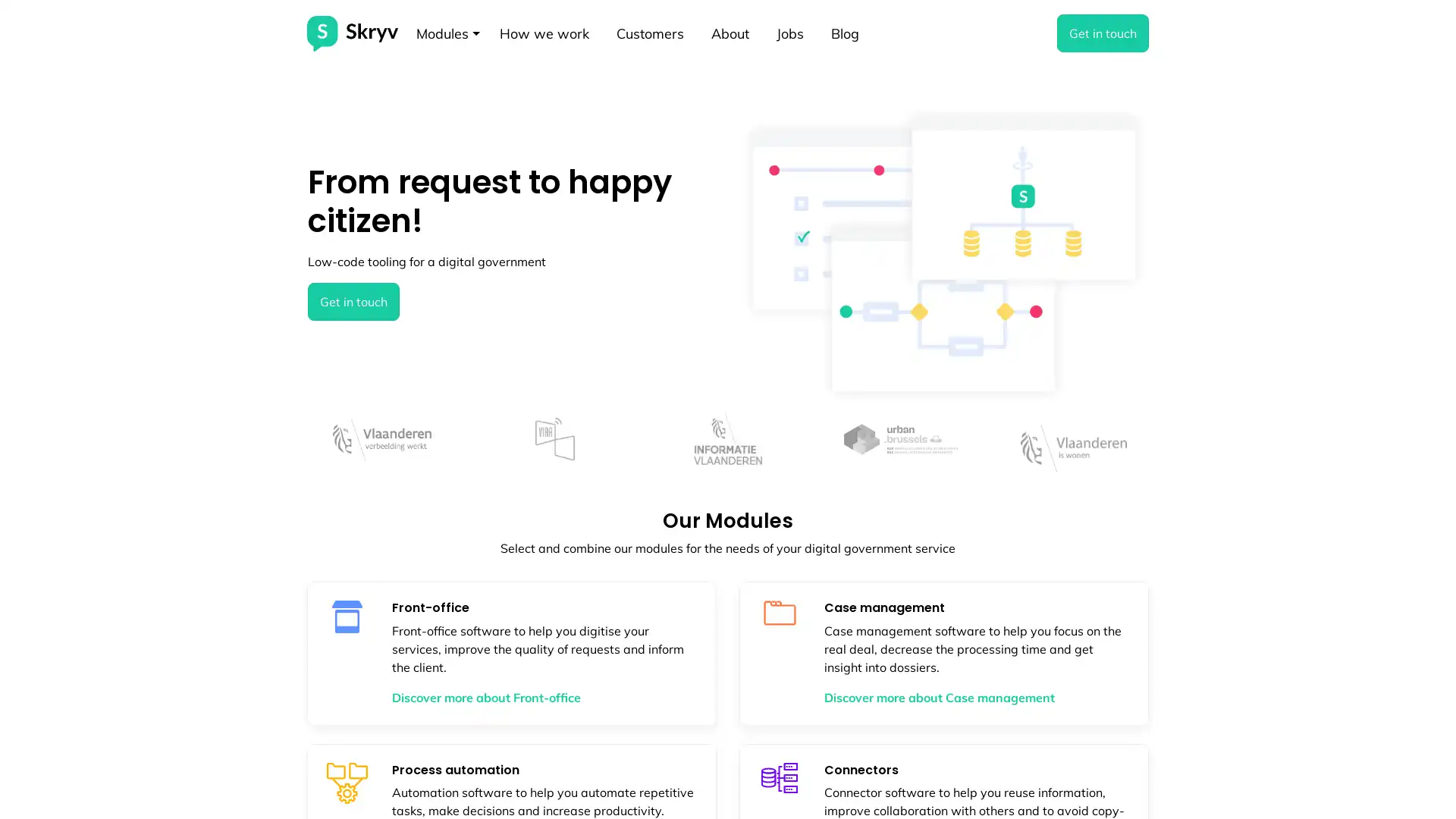 The width and height of the screenshot is (1456, 819). What do you see at coordinates (1103, 33) in the screenshot?
I see `Get in touch` at bounding box center [1103, 33].